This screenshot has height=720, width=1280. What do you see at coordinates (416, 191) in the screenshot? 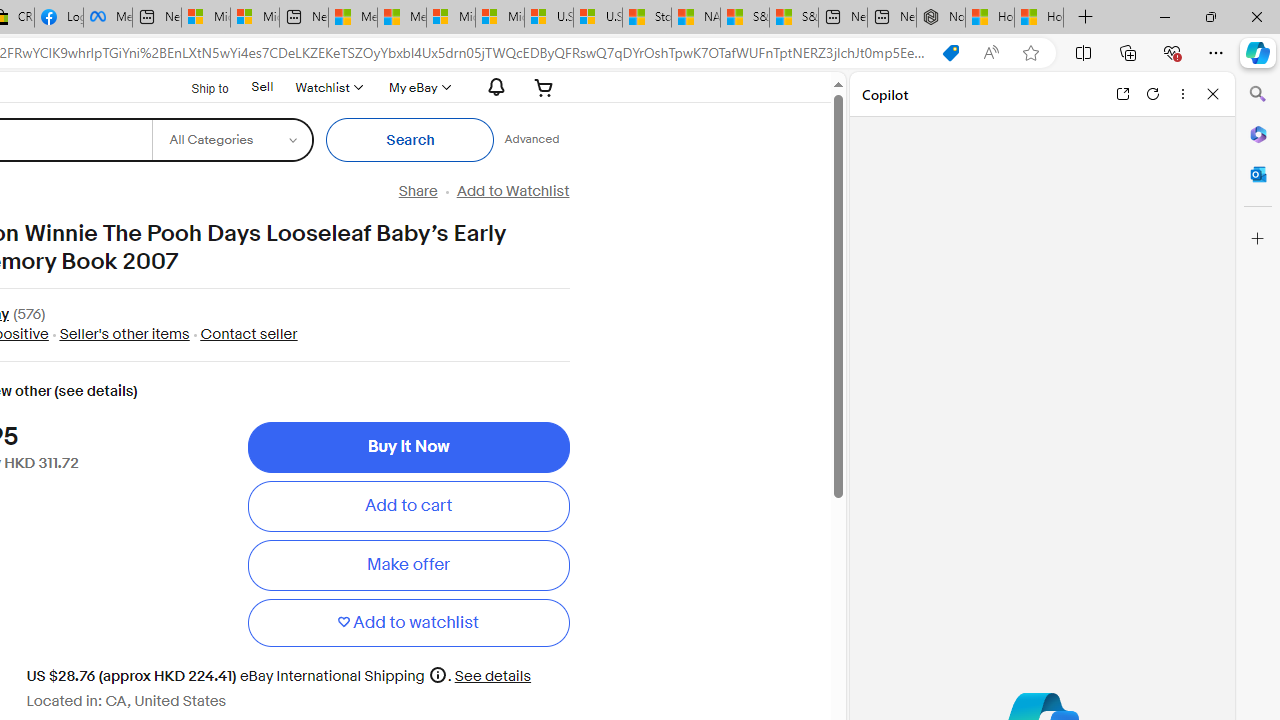
I see `'Share'` at bounding box center [416, 191].